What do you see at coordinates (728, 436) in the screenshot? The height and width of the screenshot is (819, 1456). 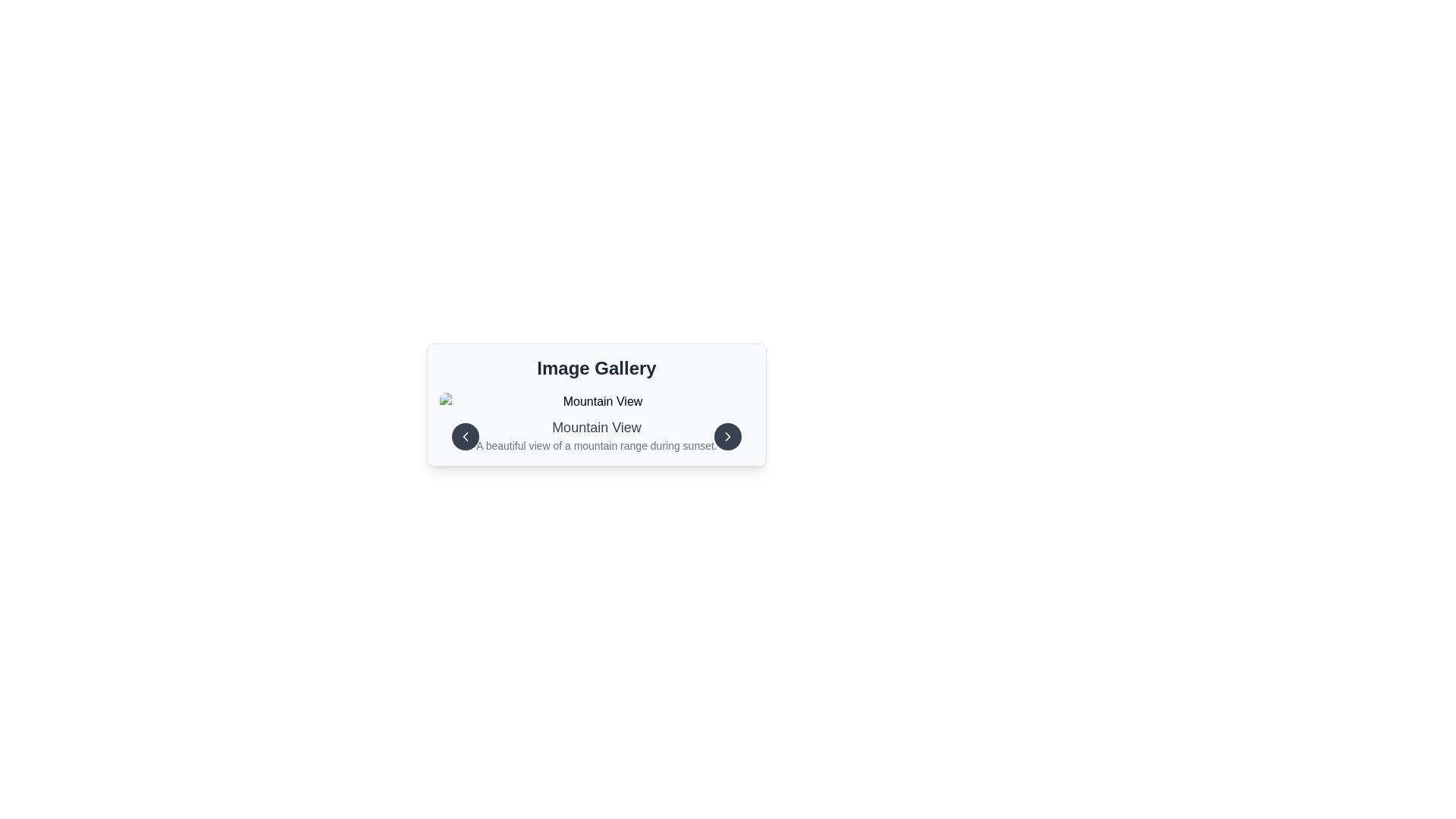 I see `the rightmost button in the horizontal row of navigation buttons` at bounding box center [728, 436].